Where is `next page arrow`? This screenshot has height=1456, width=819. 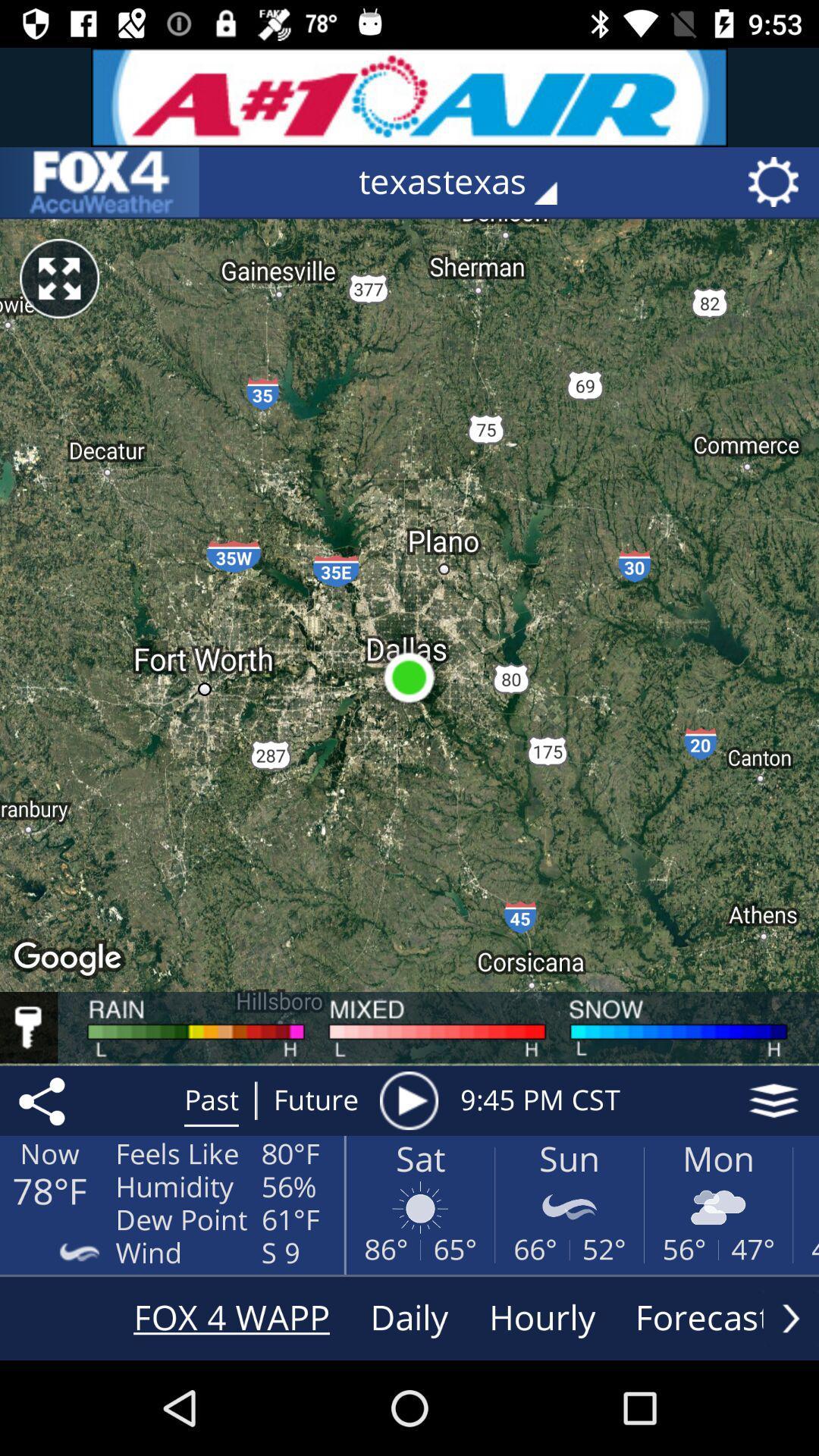
next page arrow is located at coordinates (790, 1317).